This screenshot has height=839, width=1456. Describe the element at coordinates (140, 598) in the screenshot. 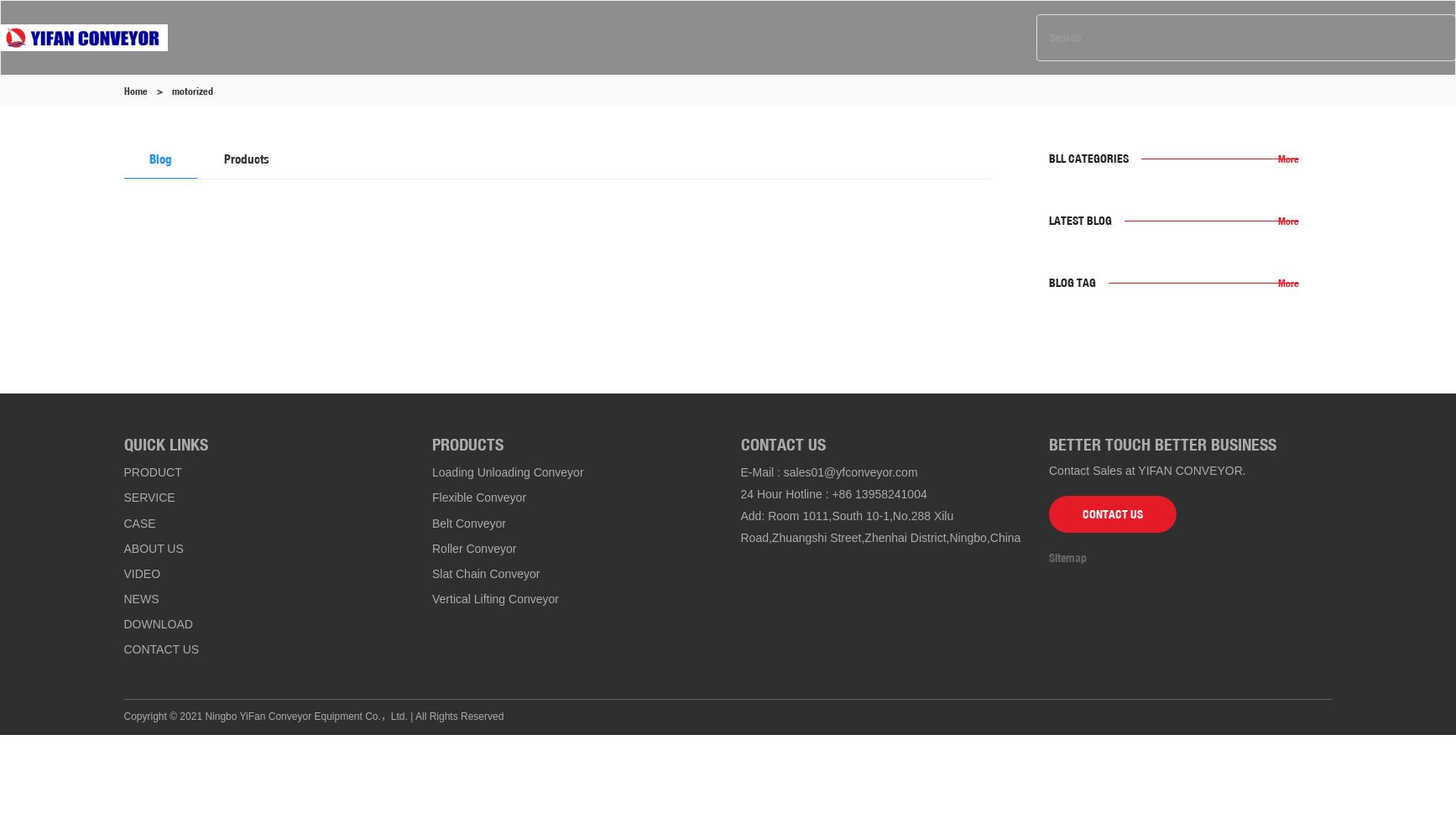

I see `'NEWS'` at that location.